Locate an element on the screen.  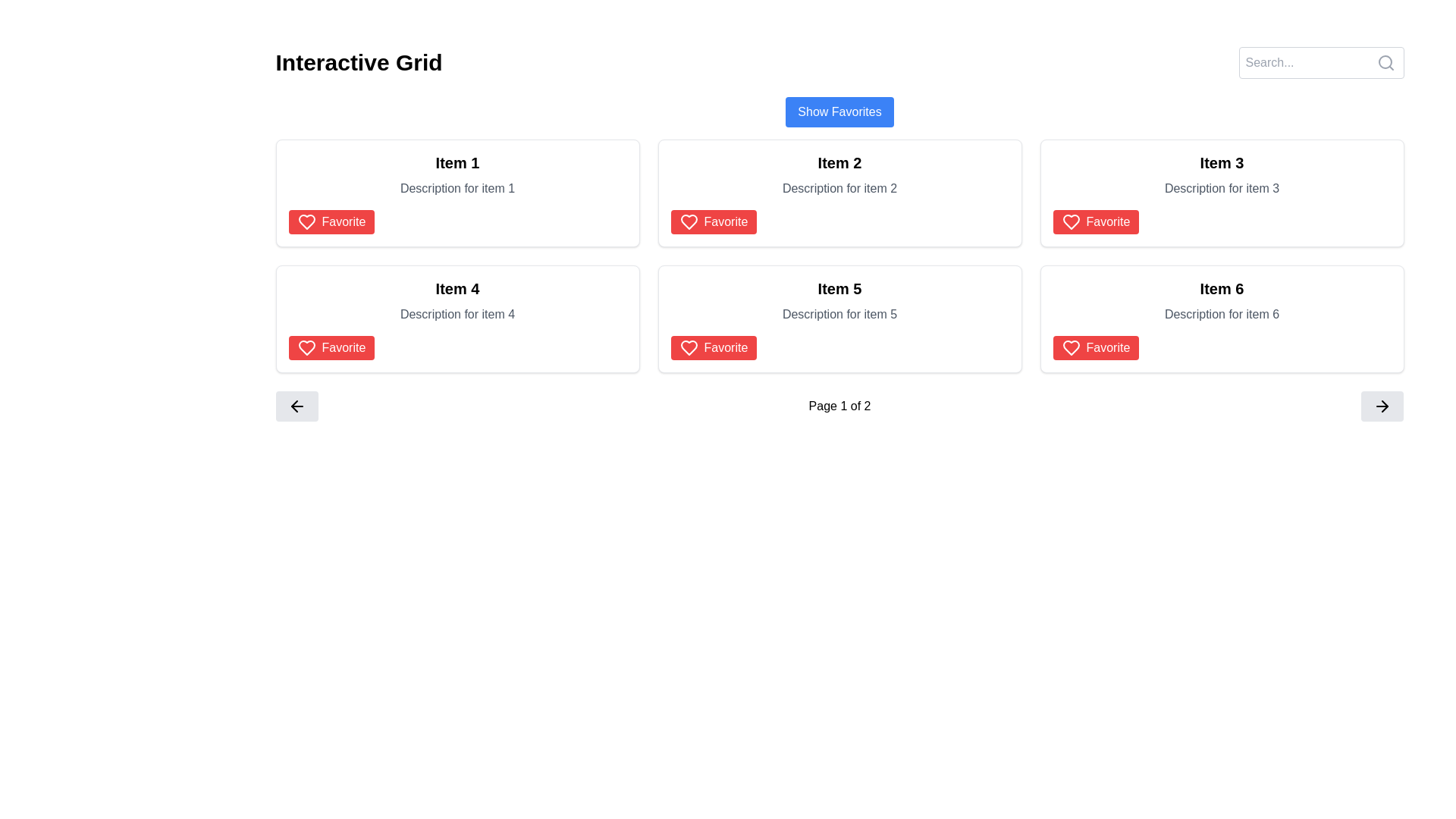
the icon within the 'Favorite' button located at the bottom-left corner of the card for 'Item 4' is located at coordinates (306, 348).